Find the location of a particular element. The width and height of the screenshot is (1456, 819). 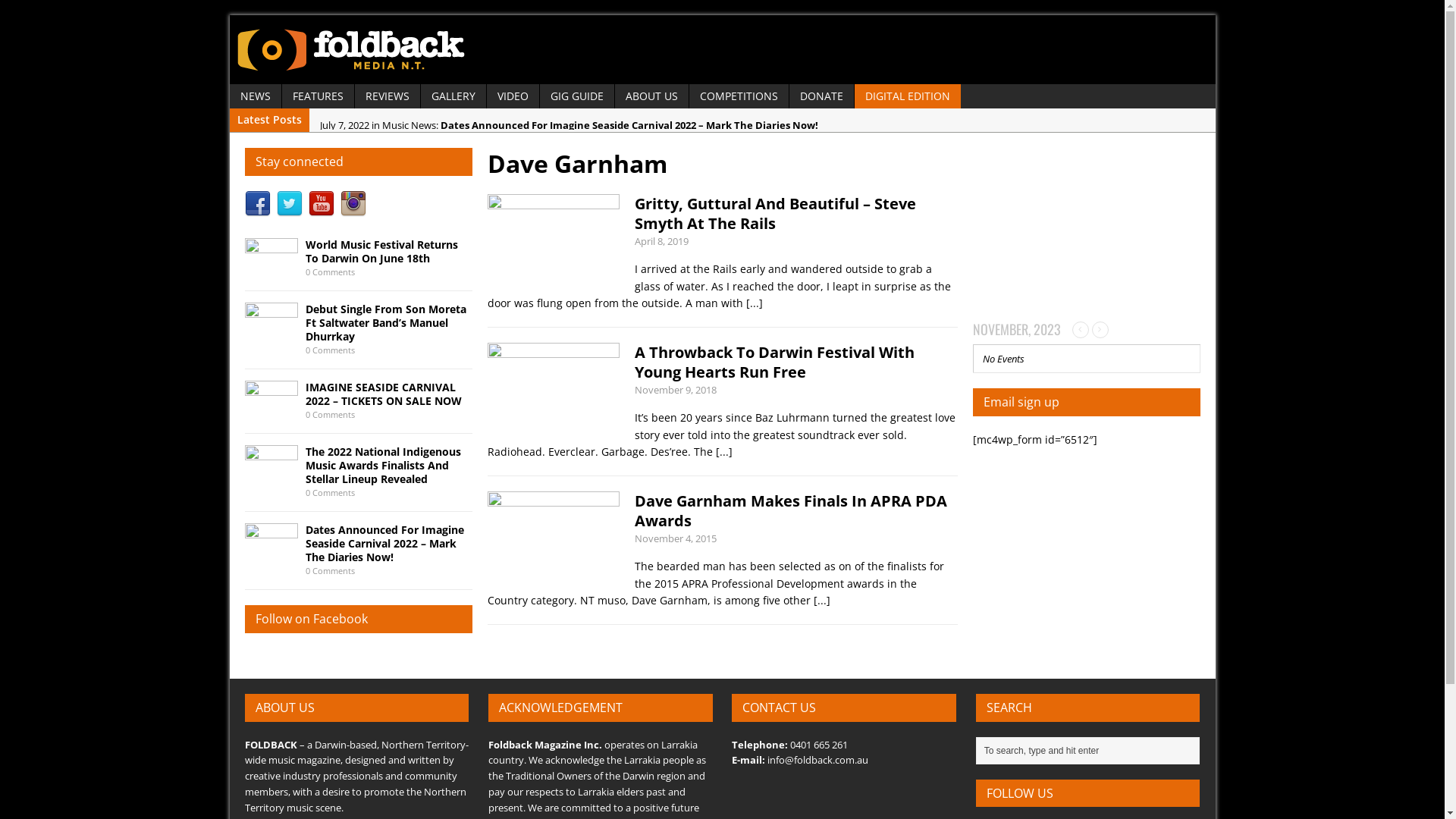

'GALLERY' is located at coordinates (451, 96).